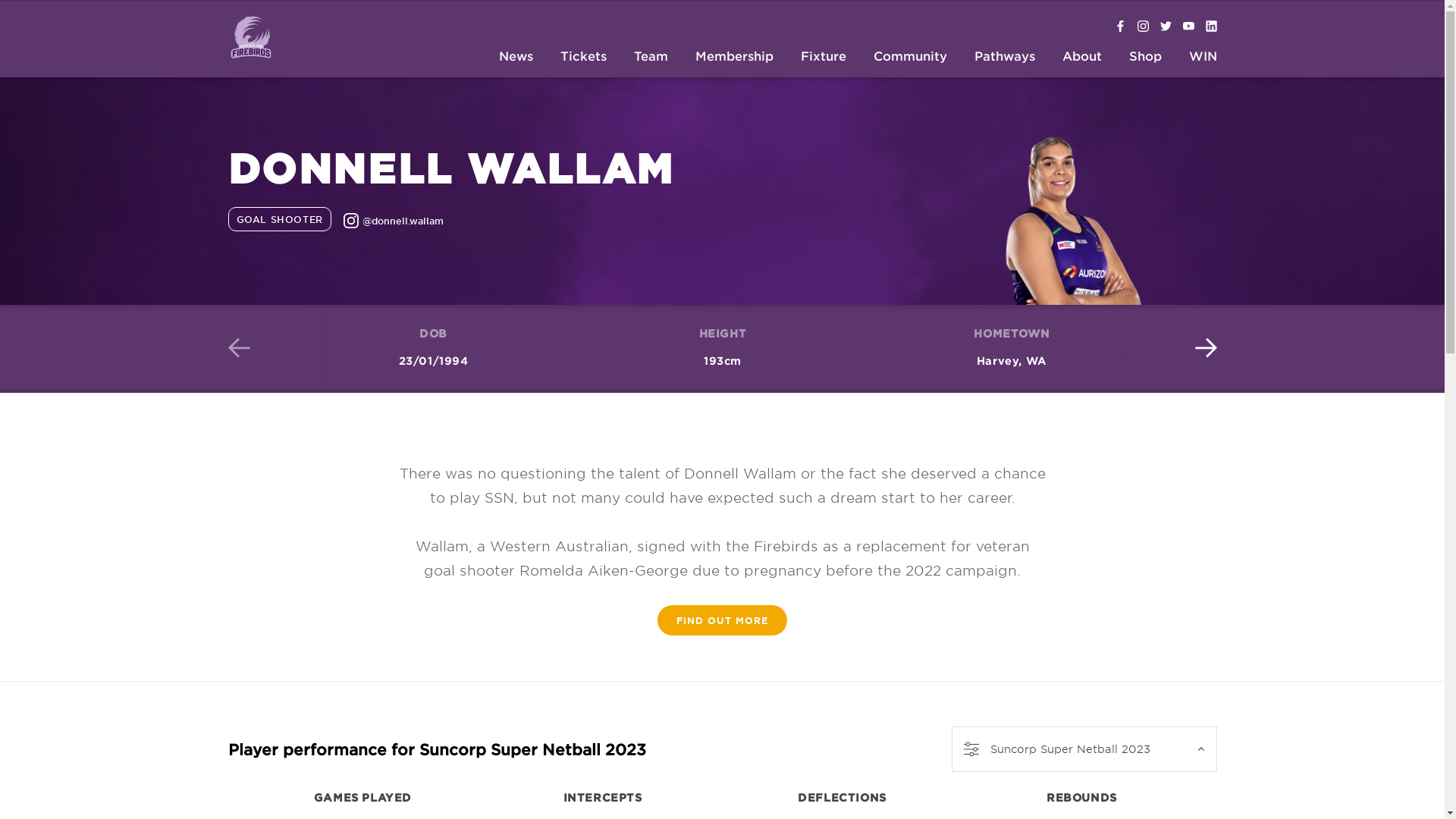 The image size is (1456, 819). What do you see at coordinates (342, 222) in the screenshot?
I see `'@donnell.wallam'` at bounding box center [342, 222].